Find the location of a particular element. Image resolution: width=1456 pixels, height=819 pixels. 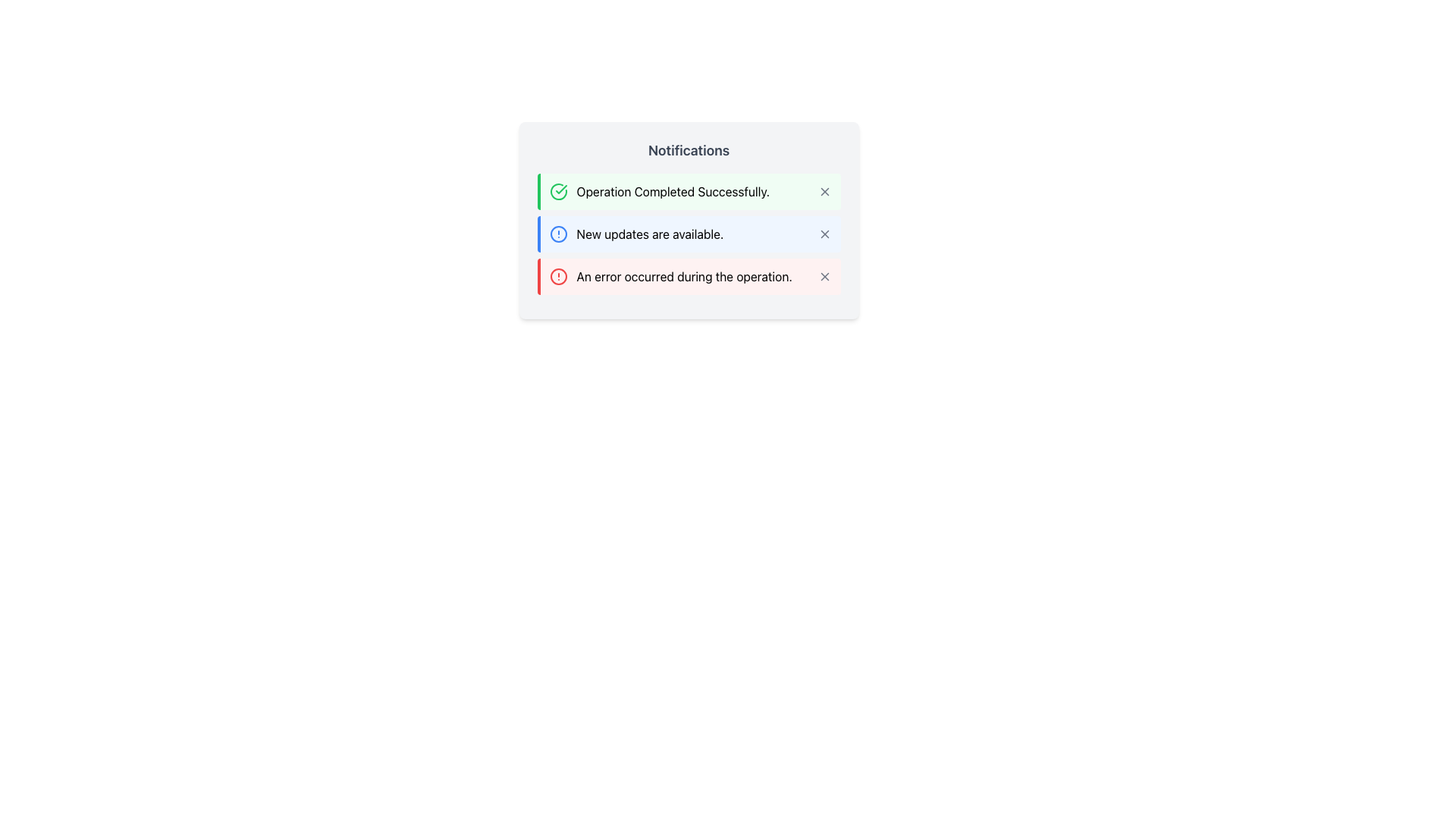

the close button icon located at the right side of the notification bar for 'New updates are available.' is located at coordinates (824, 234).